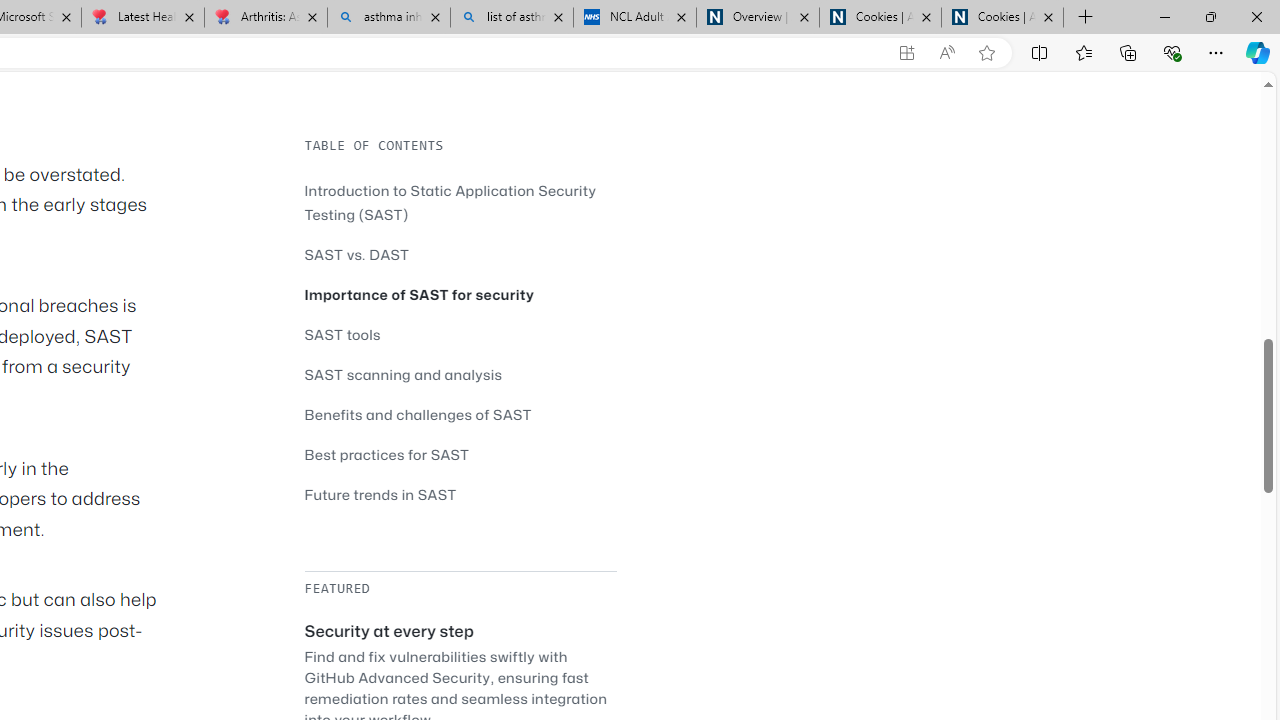  What do you see at coordinates (459, 202) in the screenshot?
I see `'Introduction to Static Application Security Testing (SAST)'` at bounding box center [459, 202].